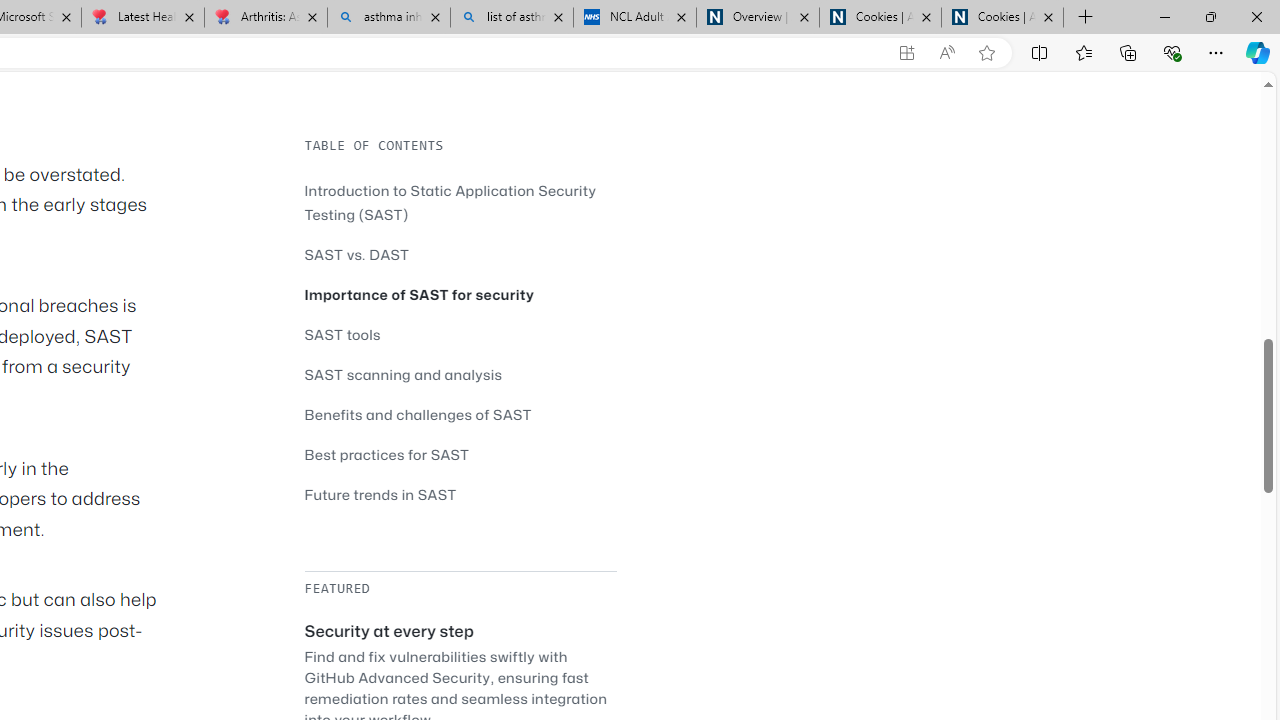  What do you see at coordinates (459, 202) in the screenshot?
I see `'Introduction to Static Application Security Testing (SAST)'` at bounding box center [459, 202].